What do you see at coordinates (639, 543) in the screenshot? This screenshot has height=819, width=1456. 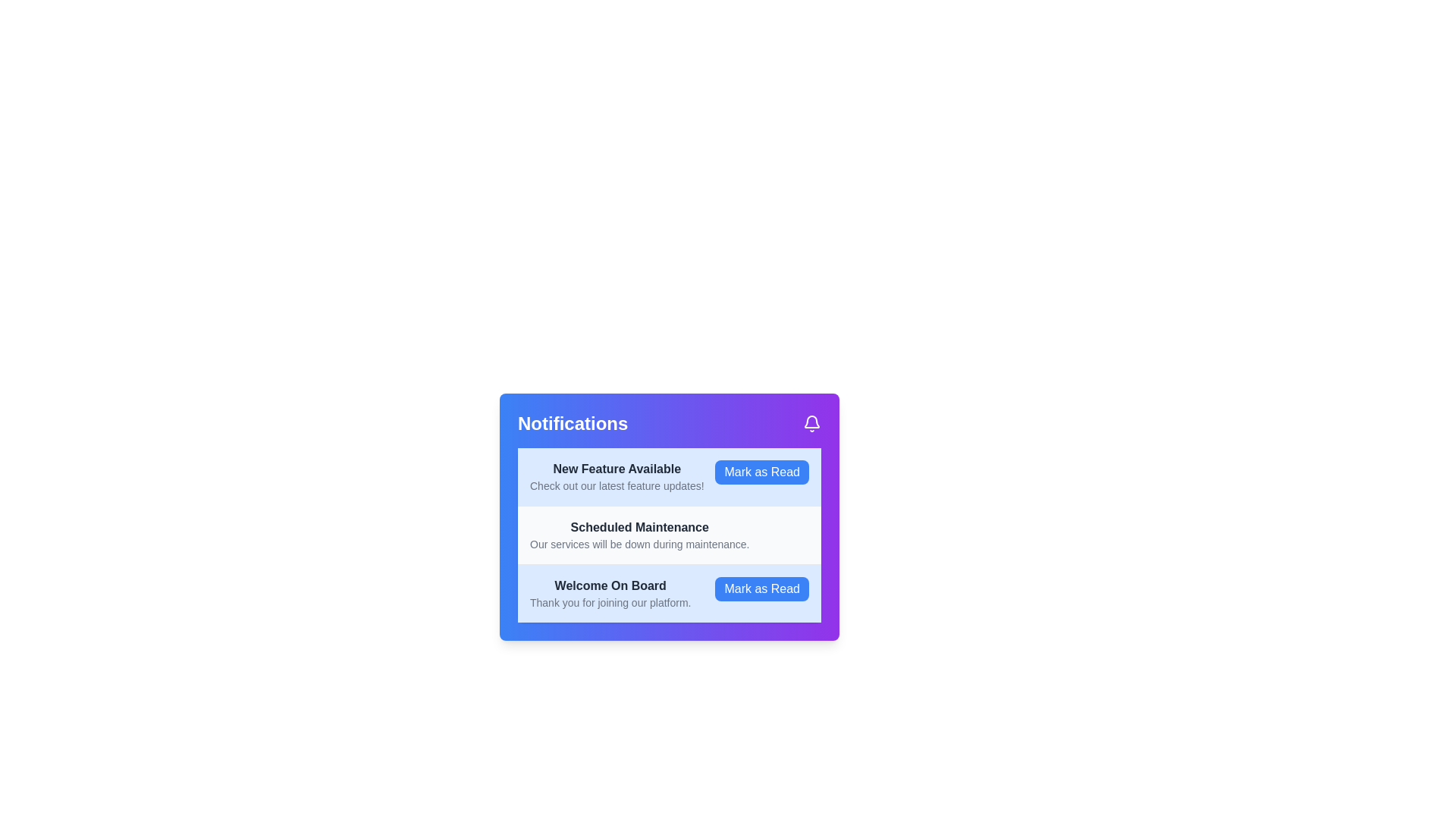 I see `the informational text displaying 'Our services will be down during maintenance.' located within the notification card layout under the 'Scheduled Maintenance' heading` at bounding box center [639, 543].